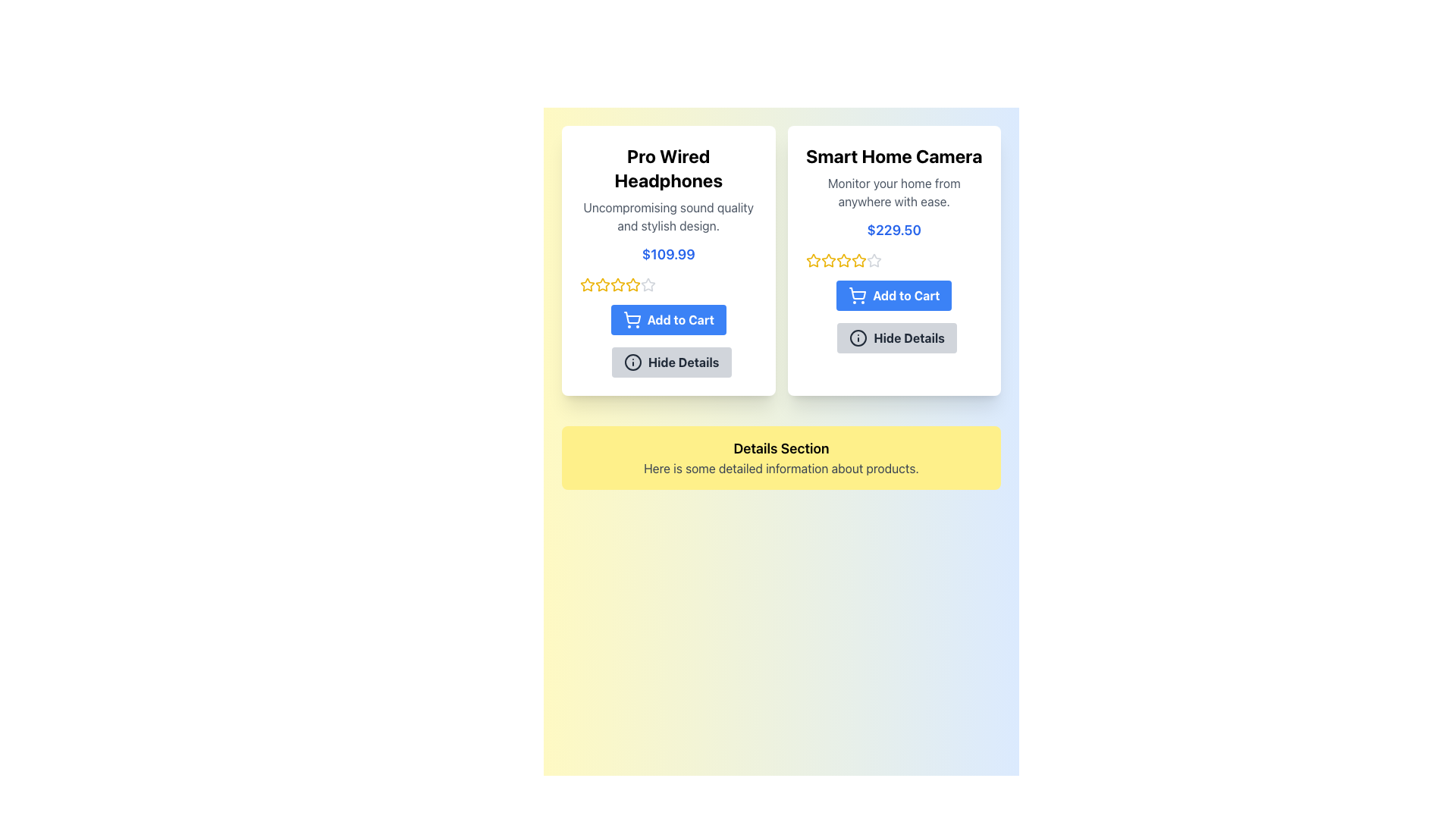 The image size is (1456, 819). I want to click on the third star icon in the rating system located below the product price in the 'Pro Wired Headphones' card, so click(618, 284).